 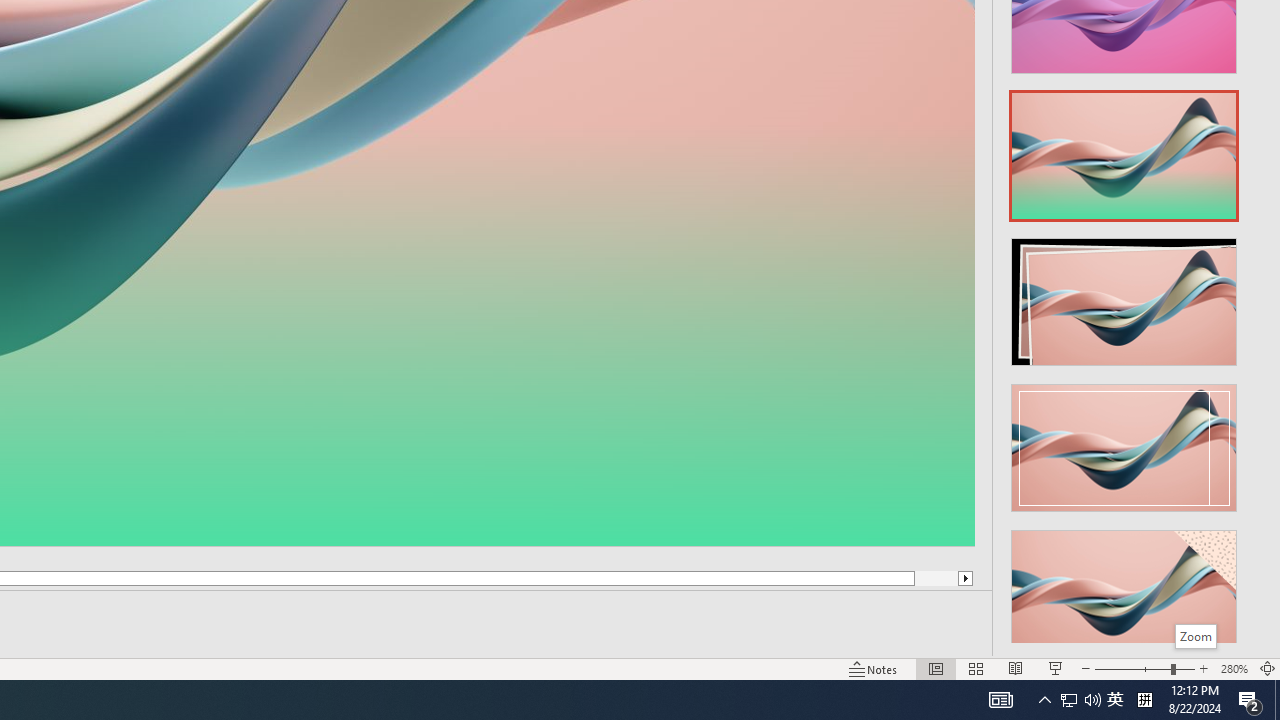 What do you see at coordinates (1233, 669) in the screenshot?
I see `'Zoom 280%'` at bounding box center [1233, 669].